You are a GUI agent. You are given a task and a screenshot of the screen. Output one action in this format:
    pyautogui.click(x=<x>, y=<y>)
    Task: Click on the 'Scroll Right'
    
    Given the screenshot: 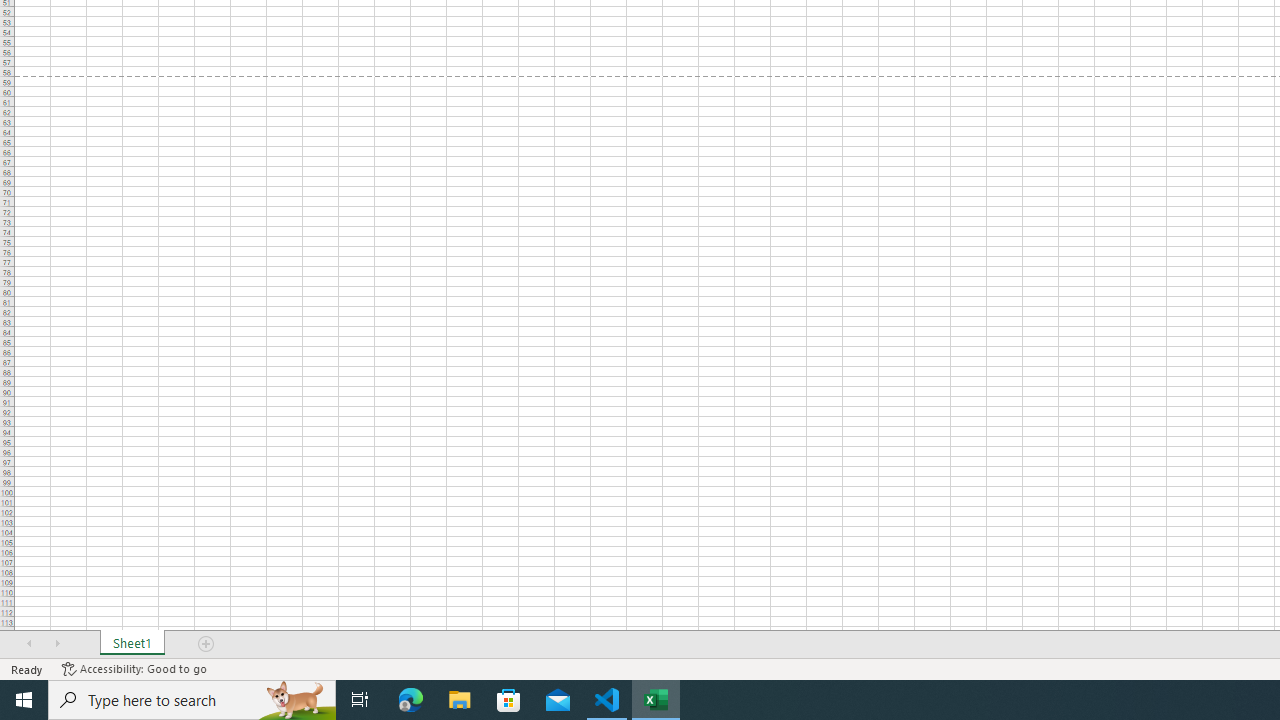 What is the action you would take?
    pyautogui.click(x=57, y=644)
    